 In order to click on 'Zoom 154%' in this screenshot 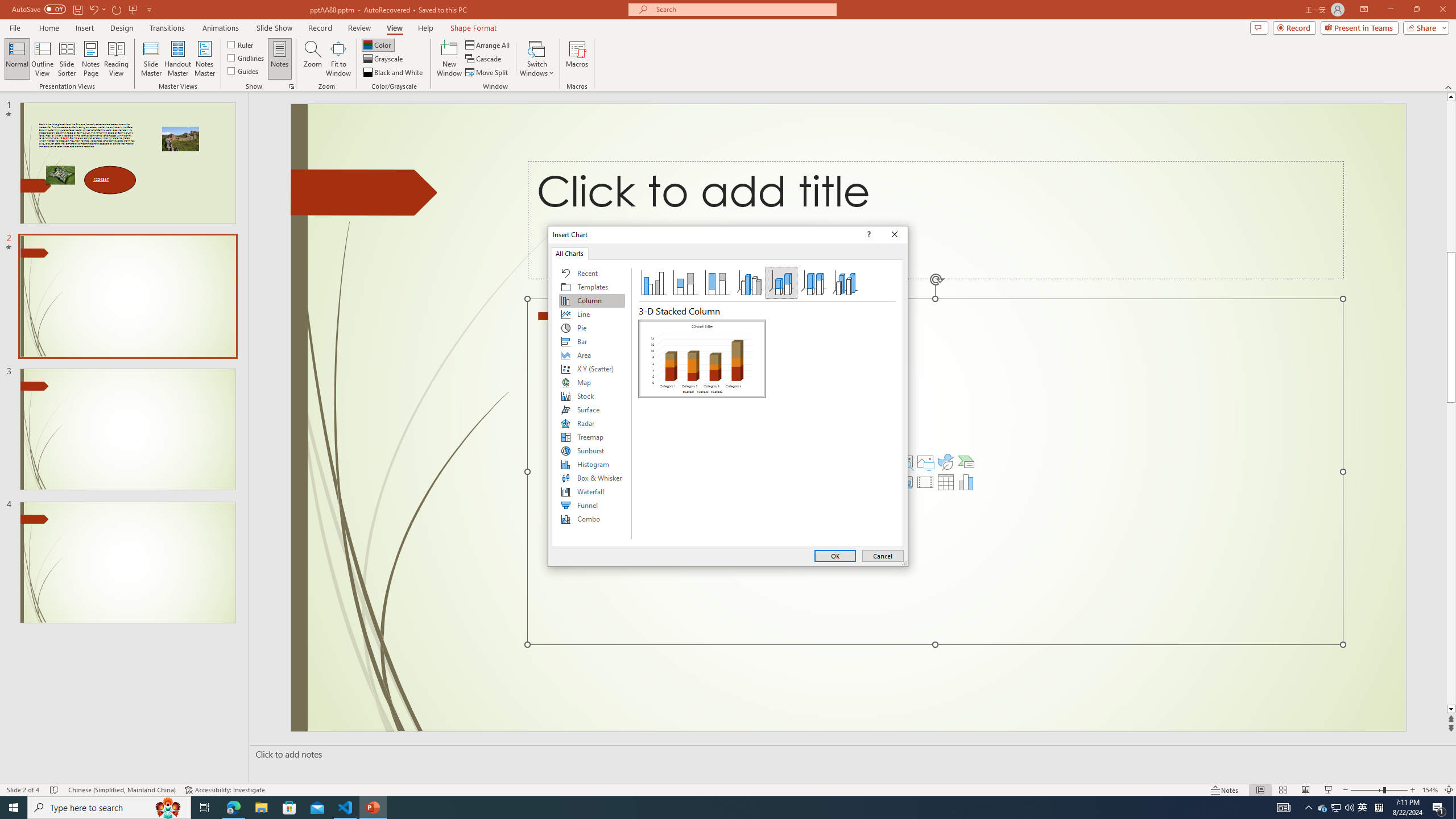, I will do `click(1430, 790)`.